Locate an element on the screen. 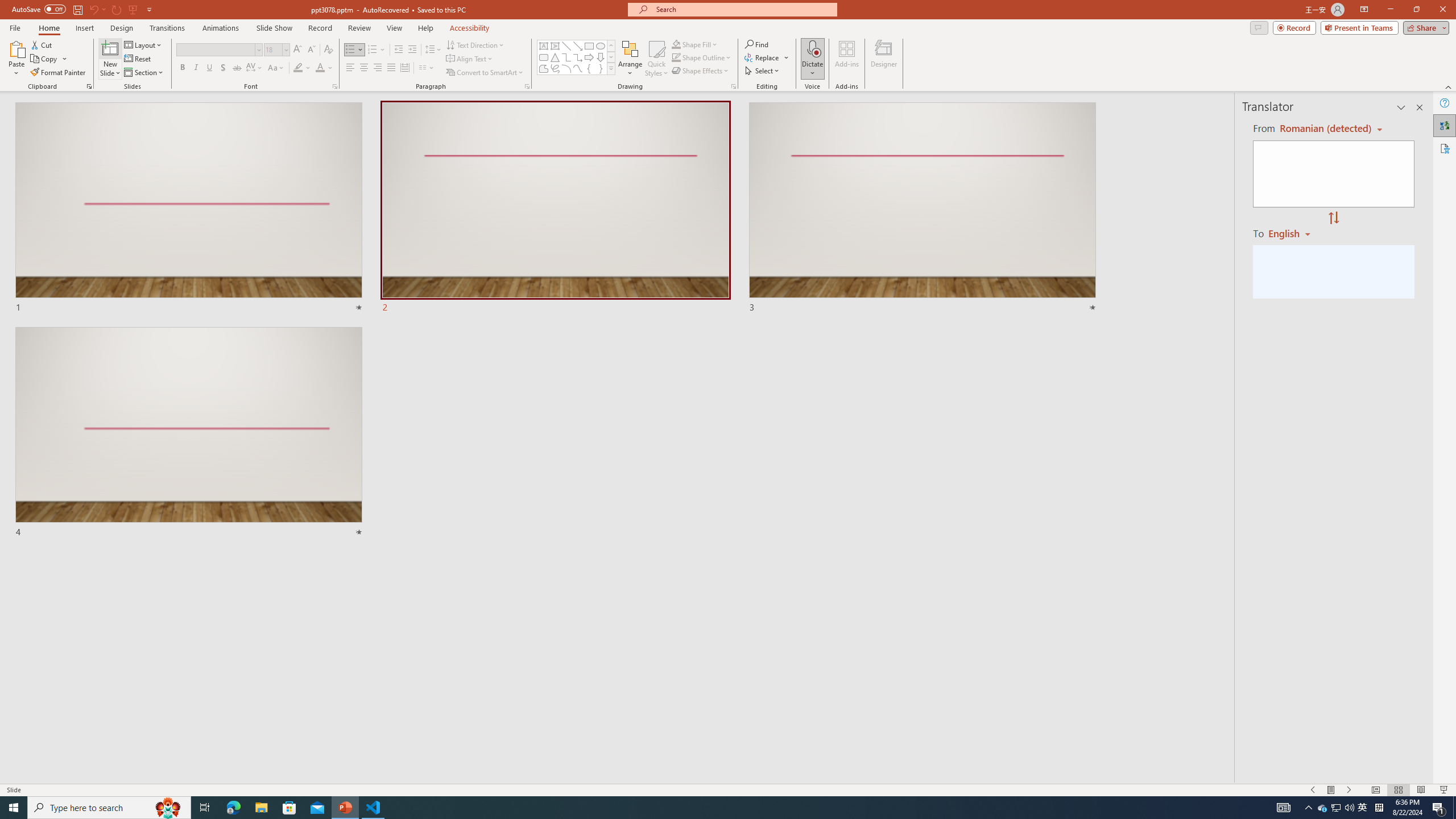 This screenshot has height=819, width=1456. 'Swap "from" and "to" languages.' is located at coordinates (1333, 218).